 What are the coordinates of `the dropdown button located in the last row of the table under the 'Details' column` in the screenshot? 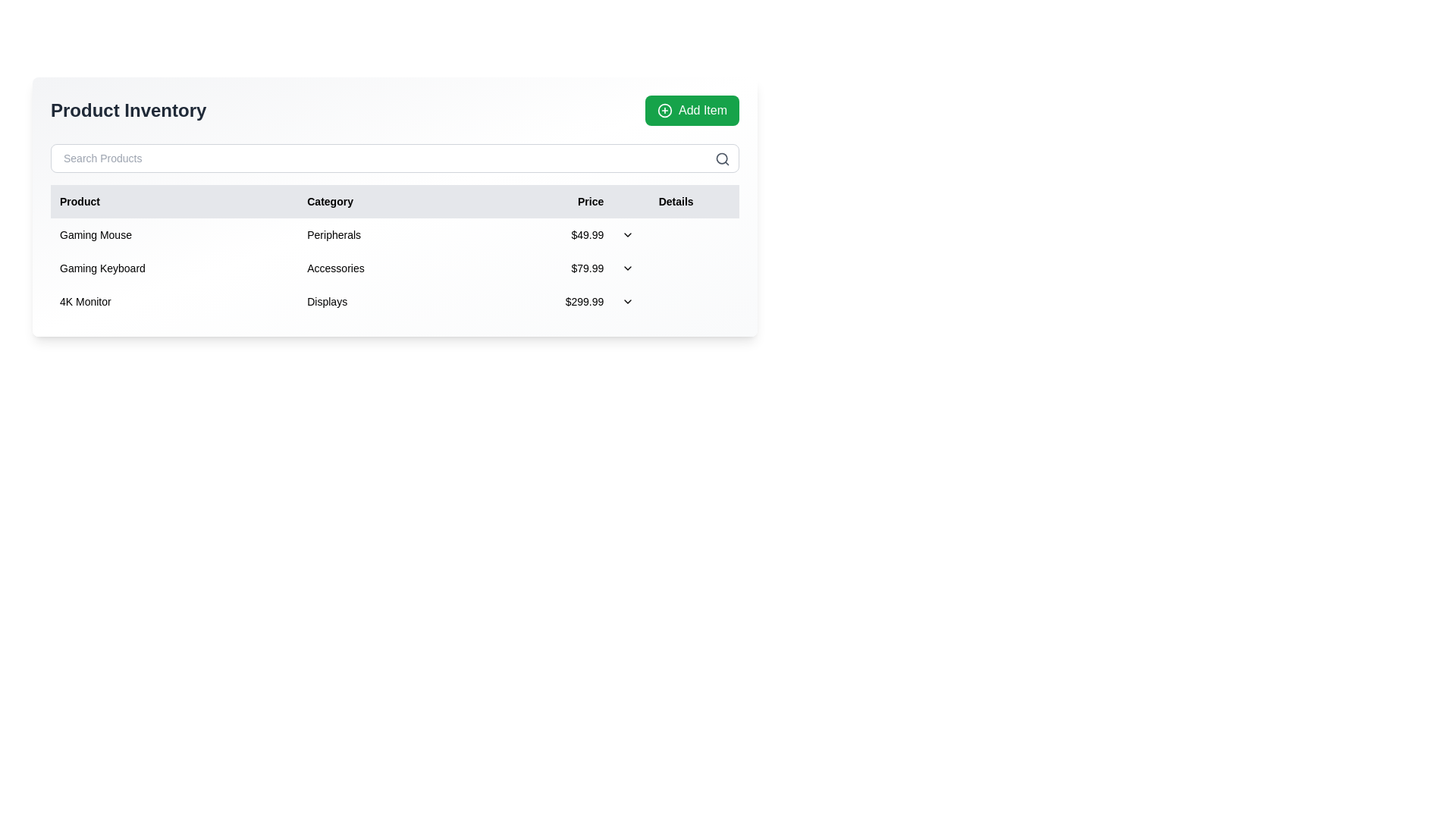 It's located at (628, 301).